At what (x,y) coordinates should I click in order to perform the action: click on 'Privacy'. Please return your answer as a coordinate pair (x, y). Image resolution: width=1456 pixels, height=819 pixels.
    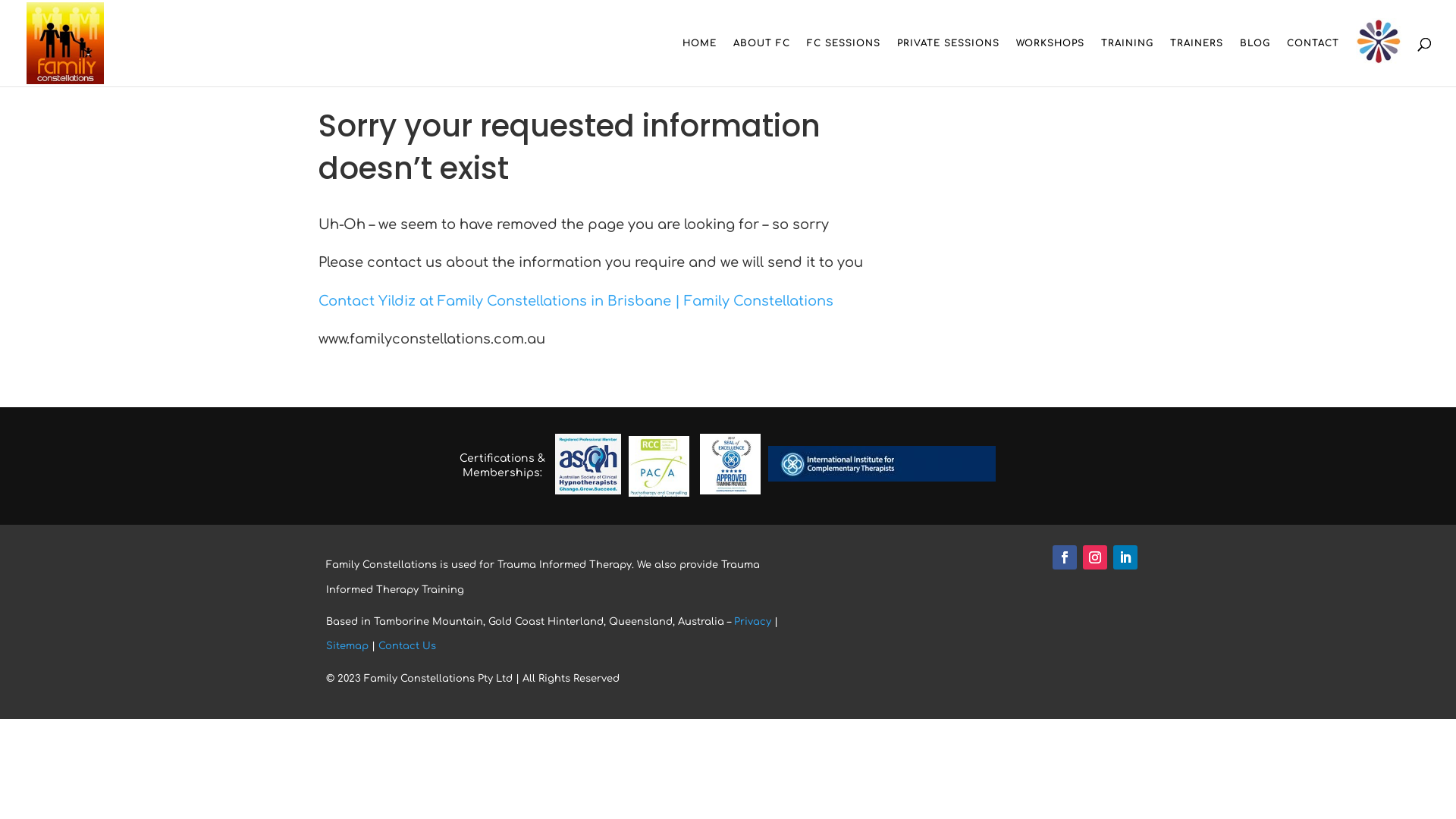
    Looking at the image, I should click on (752, 622).